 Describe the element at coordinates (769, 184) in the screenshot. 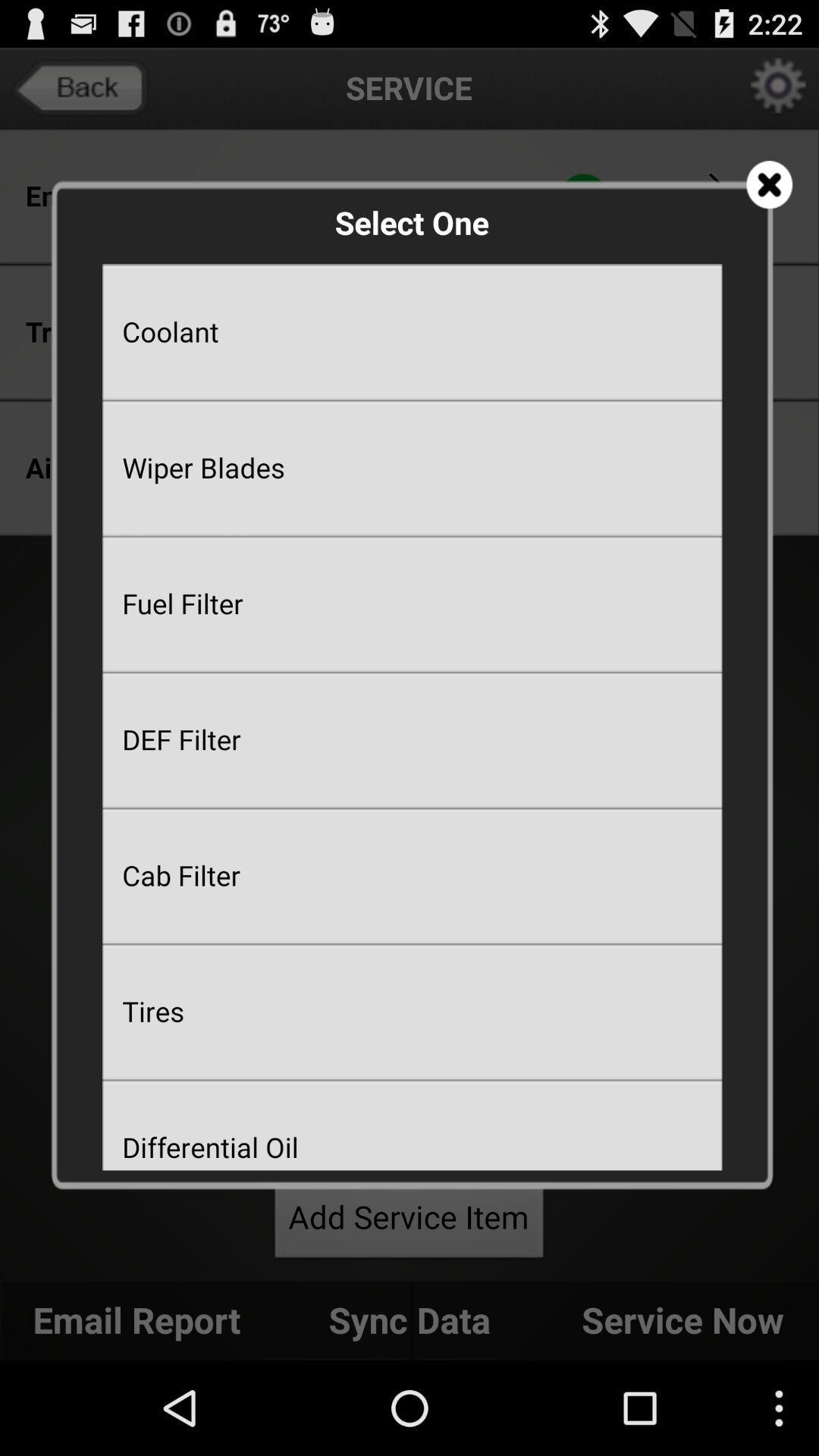

I see `app next to the select one app` at that location.